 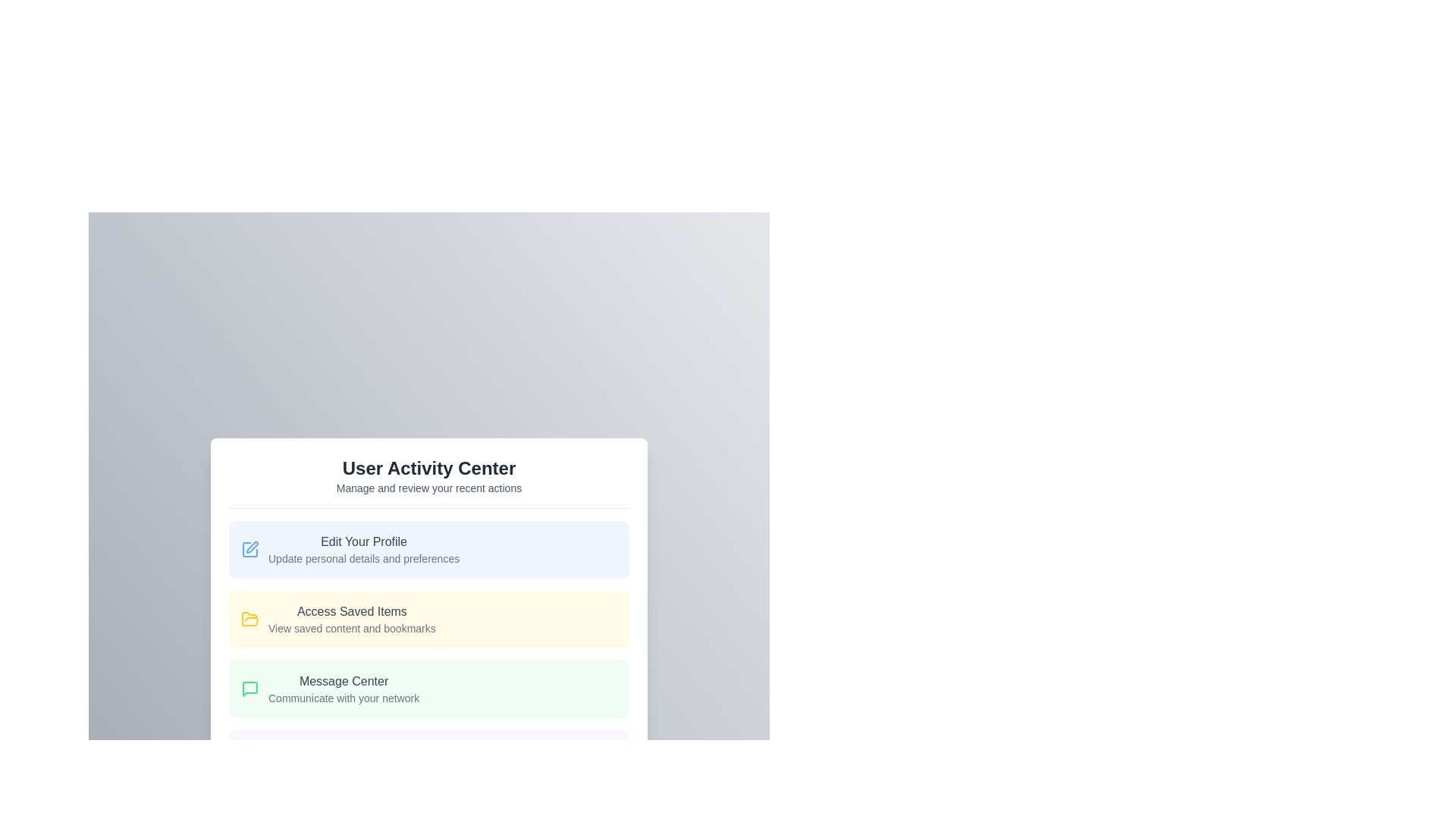 What do you see at coordinates (351, 628) in the screenshot?
I see `the informational text located beneath the bold header 'Access Saved Items' in the yellow section, which provides details about viewing saved content and bookmarks` at bounding box center [351, 628].